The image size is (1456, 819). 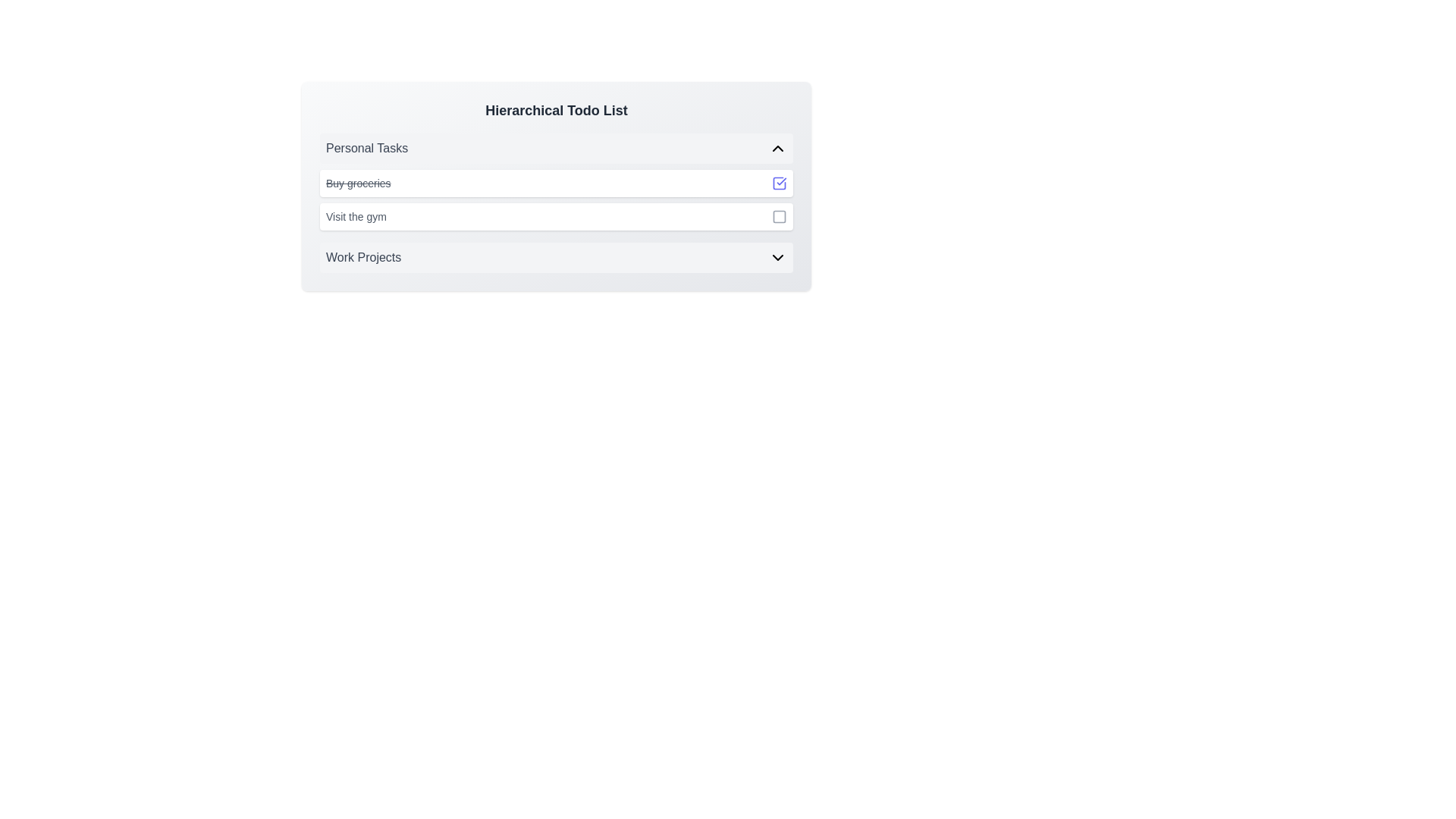 What do you see at coordinates (778, 256) in the screenshot?
I see `the downward-pointing chevron toggle button icon located at the far right of the 'Work Projects' row for potential visual feedback` at bounding box center [778, 256].